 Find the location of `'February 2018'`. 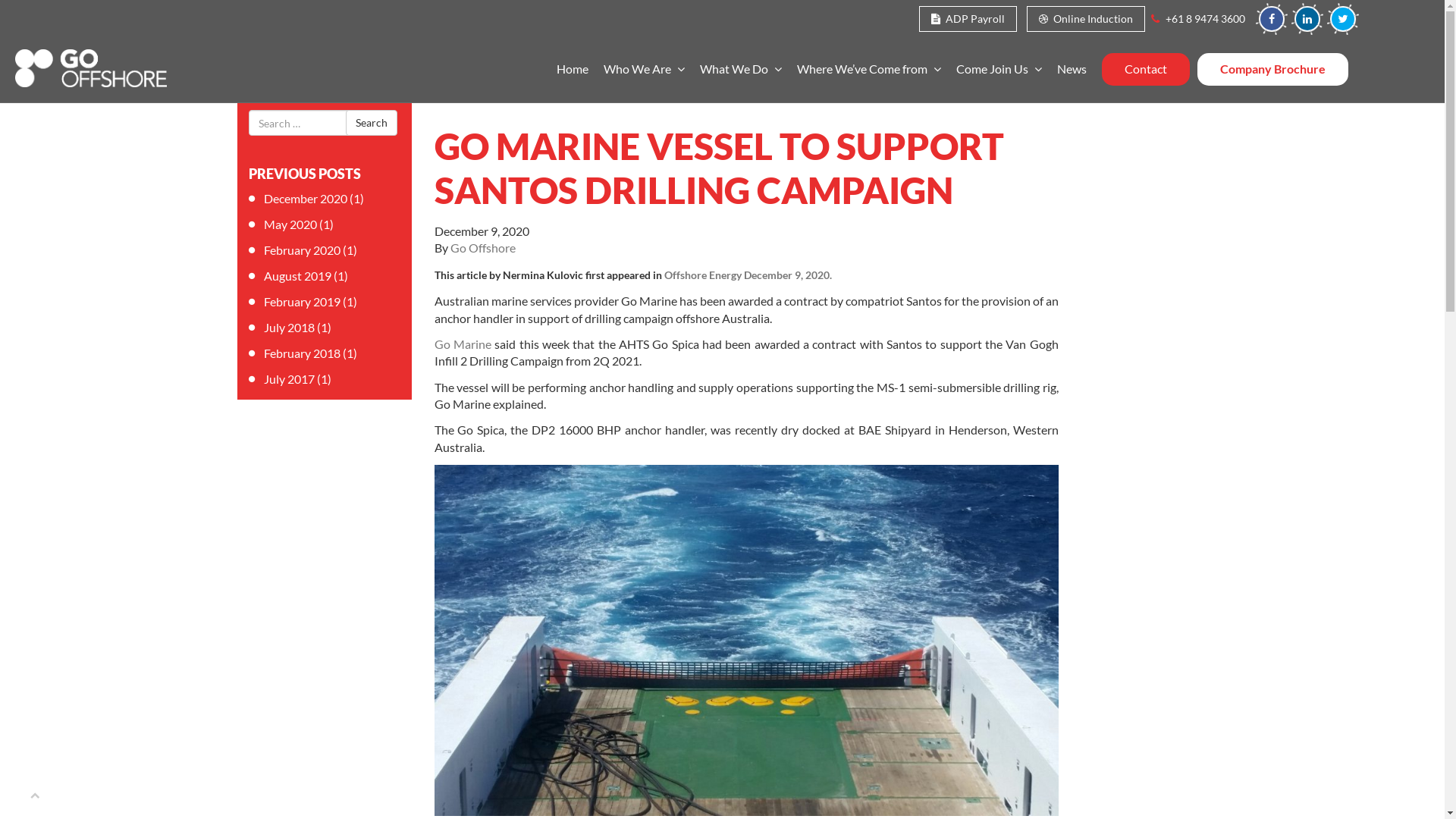

'February 2018' is located at coordinates (302, 353).